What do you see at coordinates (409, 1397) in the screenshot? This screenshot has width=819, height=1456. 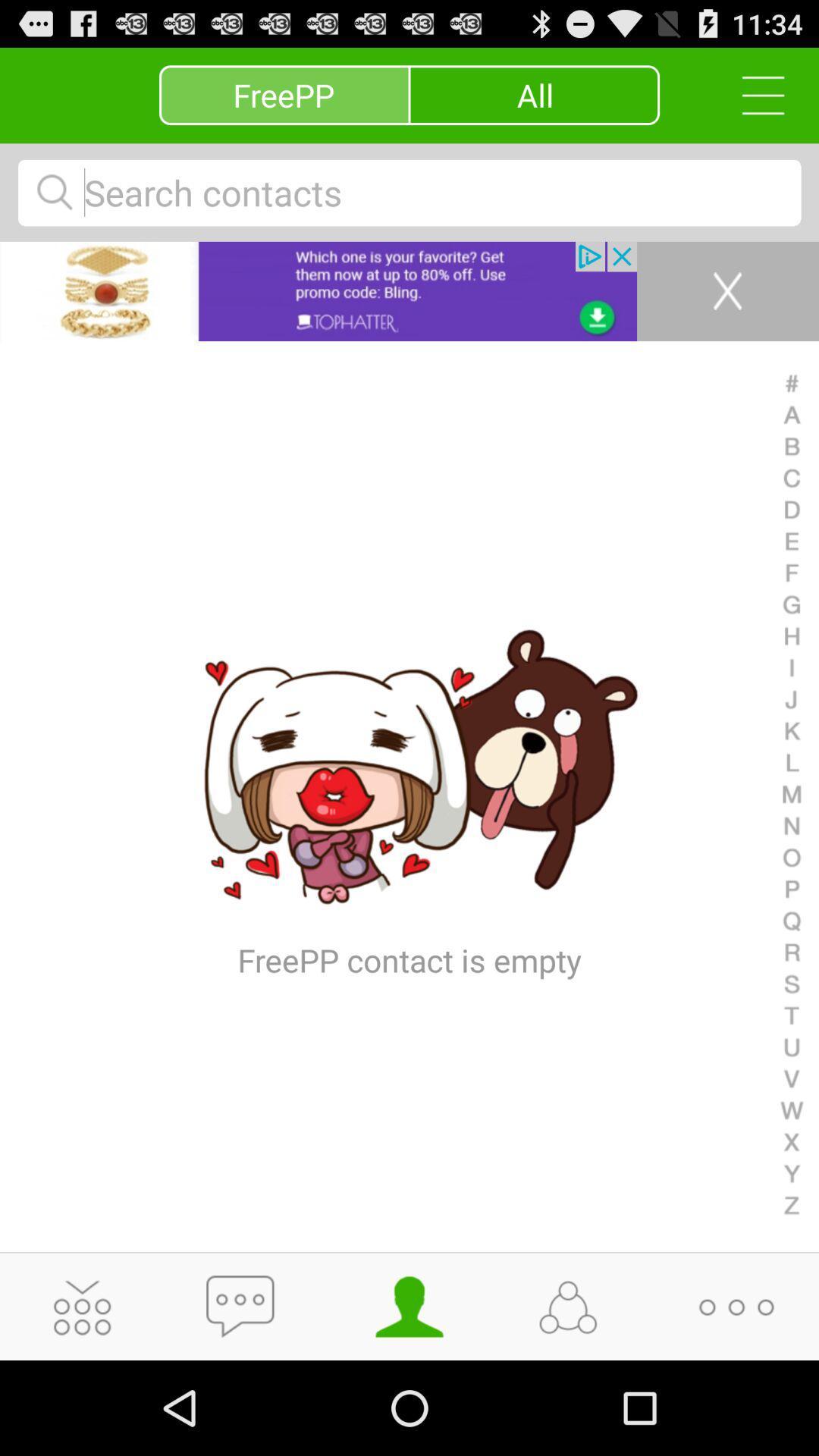 I see `the avatar icon` at bounding box center [409, 1397].